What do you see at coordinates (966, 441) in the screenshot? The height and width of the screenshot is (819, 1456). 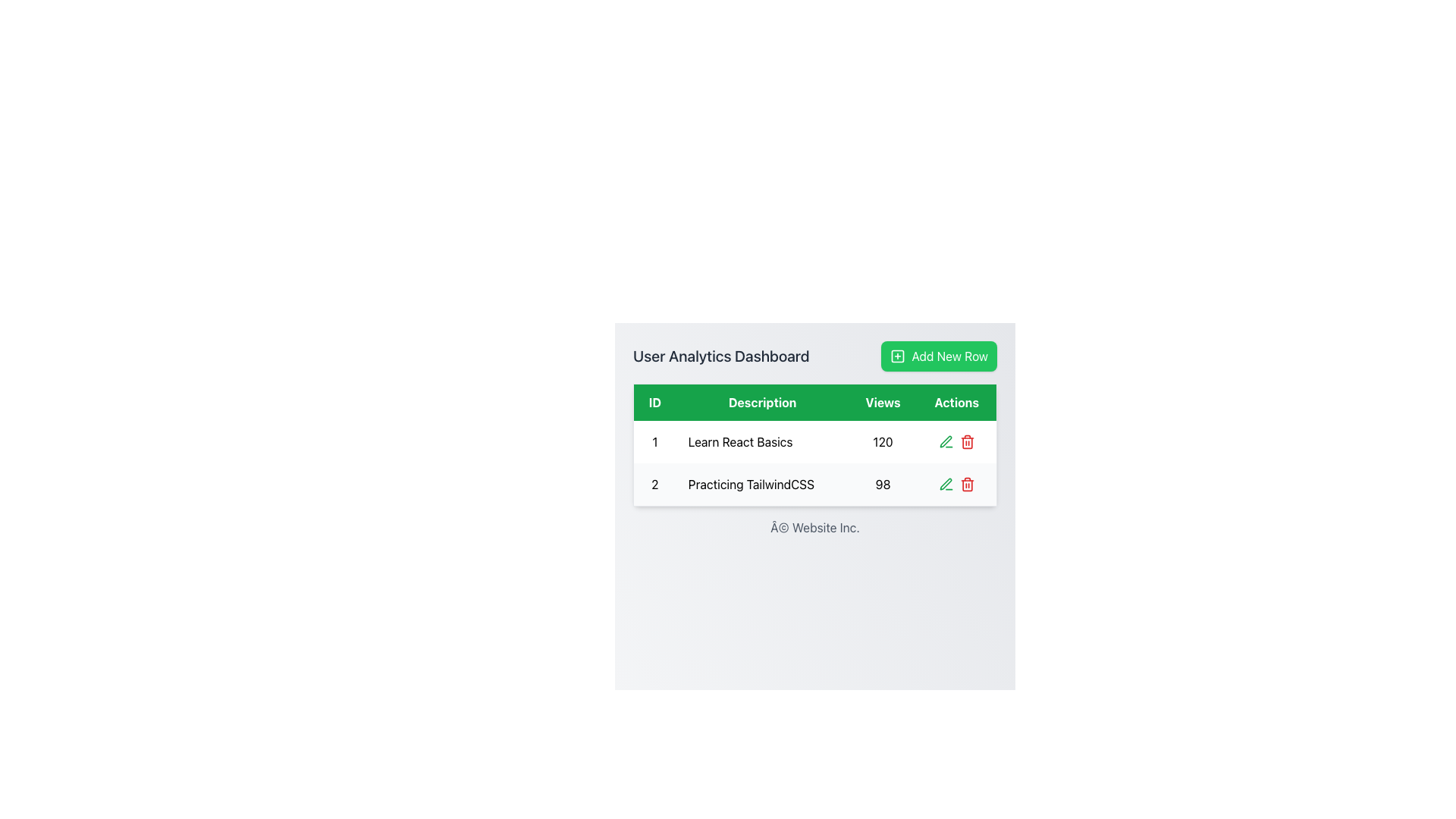 I see `the red trashcan icon used for deletion, which is positioned to the right of the green edit icon in the 'Actions' column of the second table row` at bounding box center [966, 441].